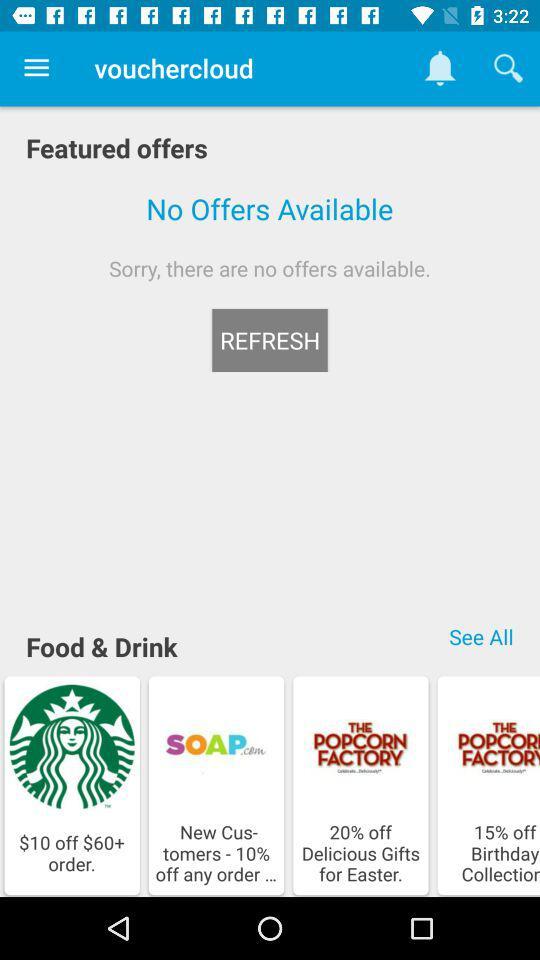  What do you see at coordinates (270, 340) in the screenshot?
I see `icon below the sorry there are icon` at bounding box center [270, 340].